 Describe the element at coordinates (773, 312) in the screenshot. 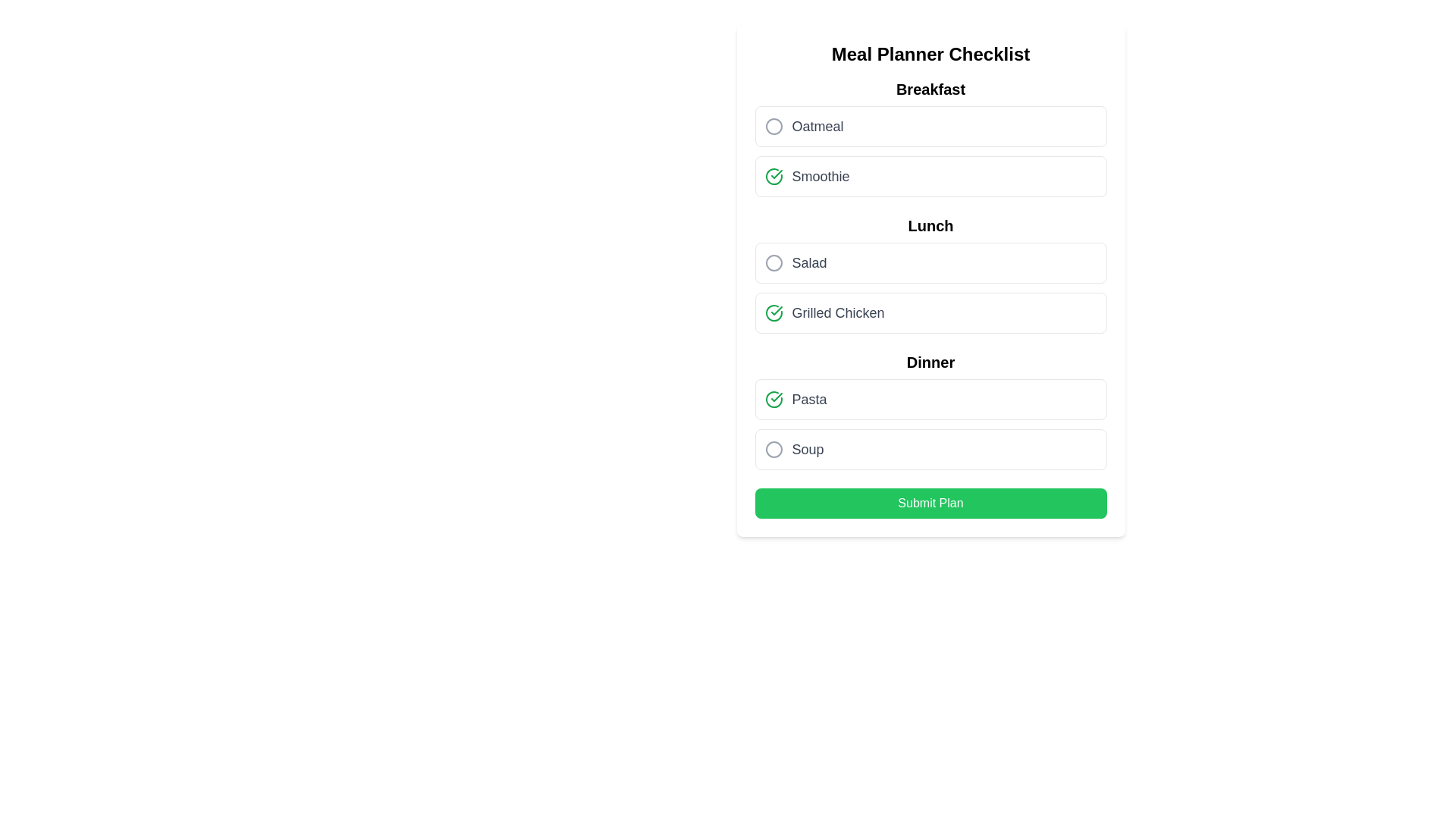

I see `the selected state icon indicating 'Grilled Chicken' in the checklist under the 'Lunch' section` at that location.